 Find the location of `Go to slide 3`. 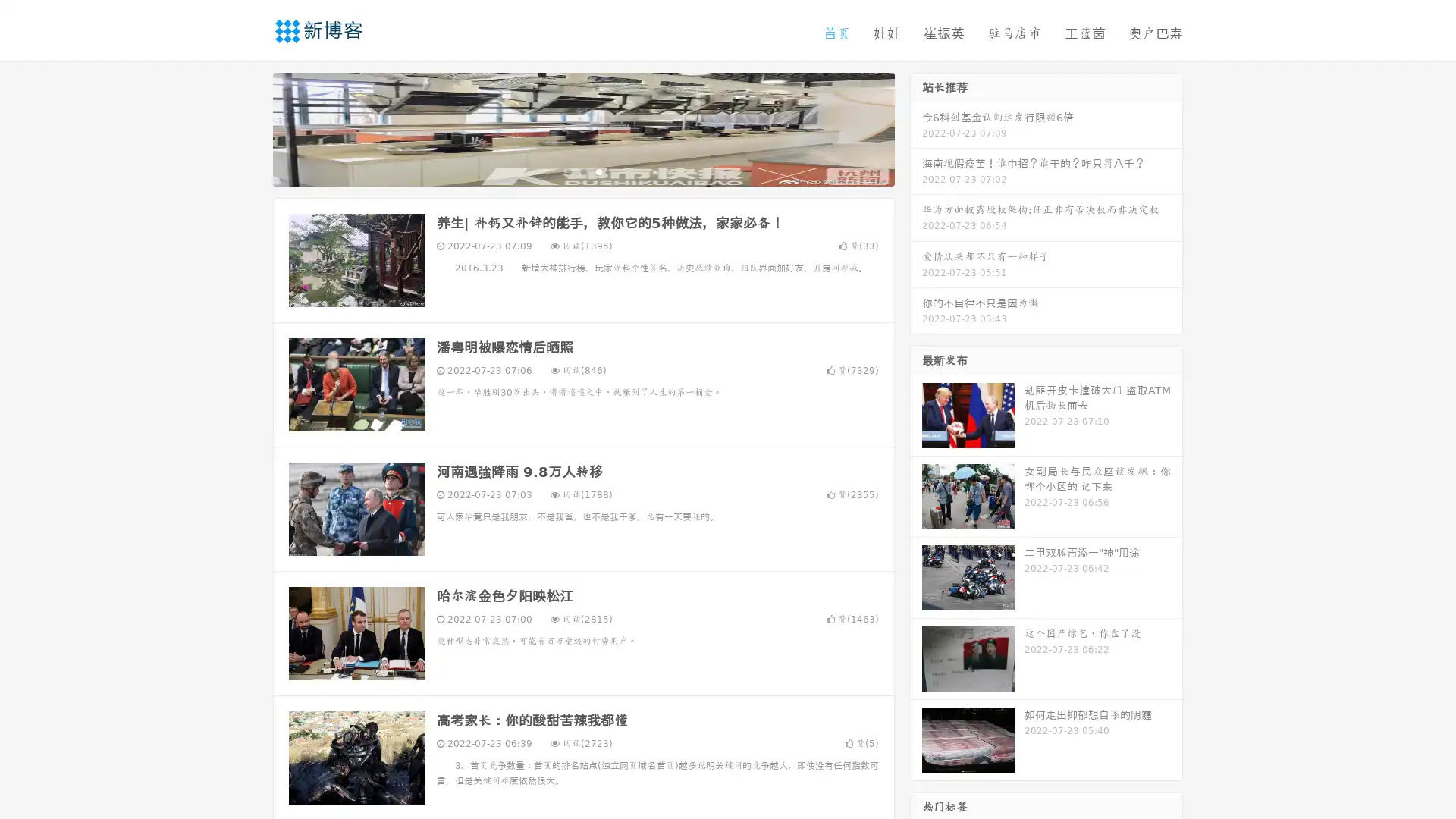

Go to slide 3 is located at coordinates (598, 171).